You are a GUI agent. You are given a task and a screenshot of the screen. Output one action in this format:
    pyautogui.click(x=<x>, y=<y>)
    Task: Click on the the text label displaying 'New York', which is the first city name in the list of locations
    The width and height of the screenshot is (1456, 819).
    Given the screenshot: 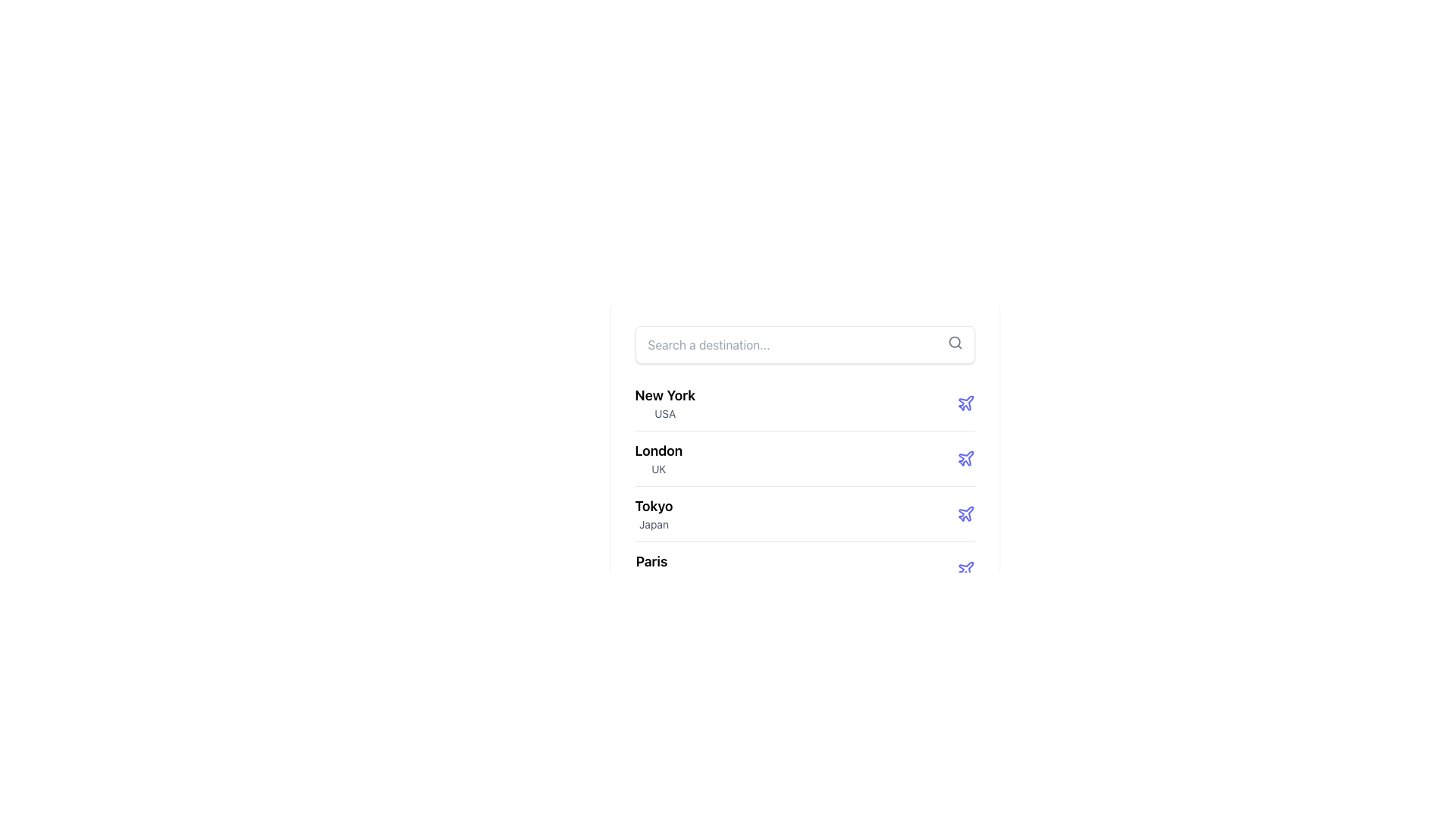 What is the action you would take?
    pyautogui.click(x=665, y=394)
    